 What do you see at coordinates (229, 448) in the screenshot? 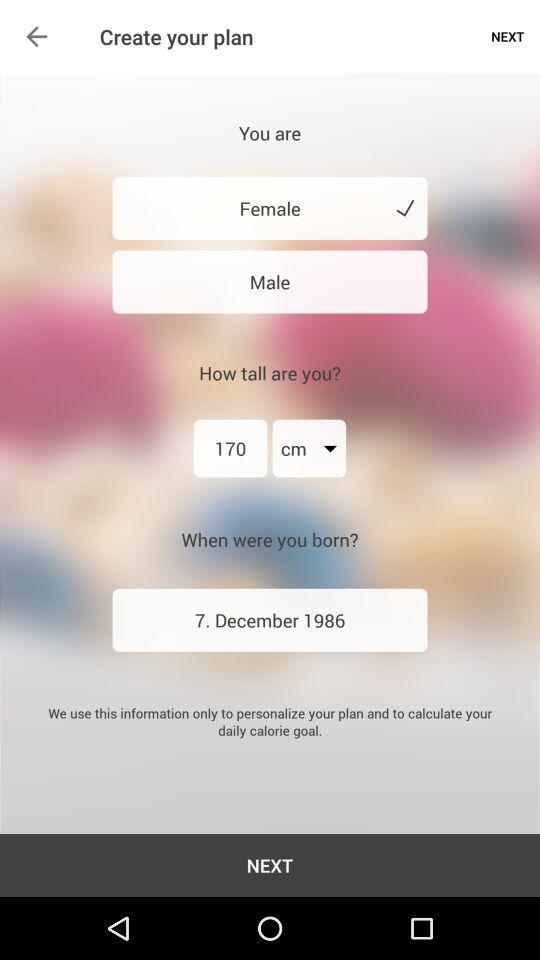
I see `item below how tall are icon` at bounding box center [229, 448].